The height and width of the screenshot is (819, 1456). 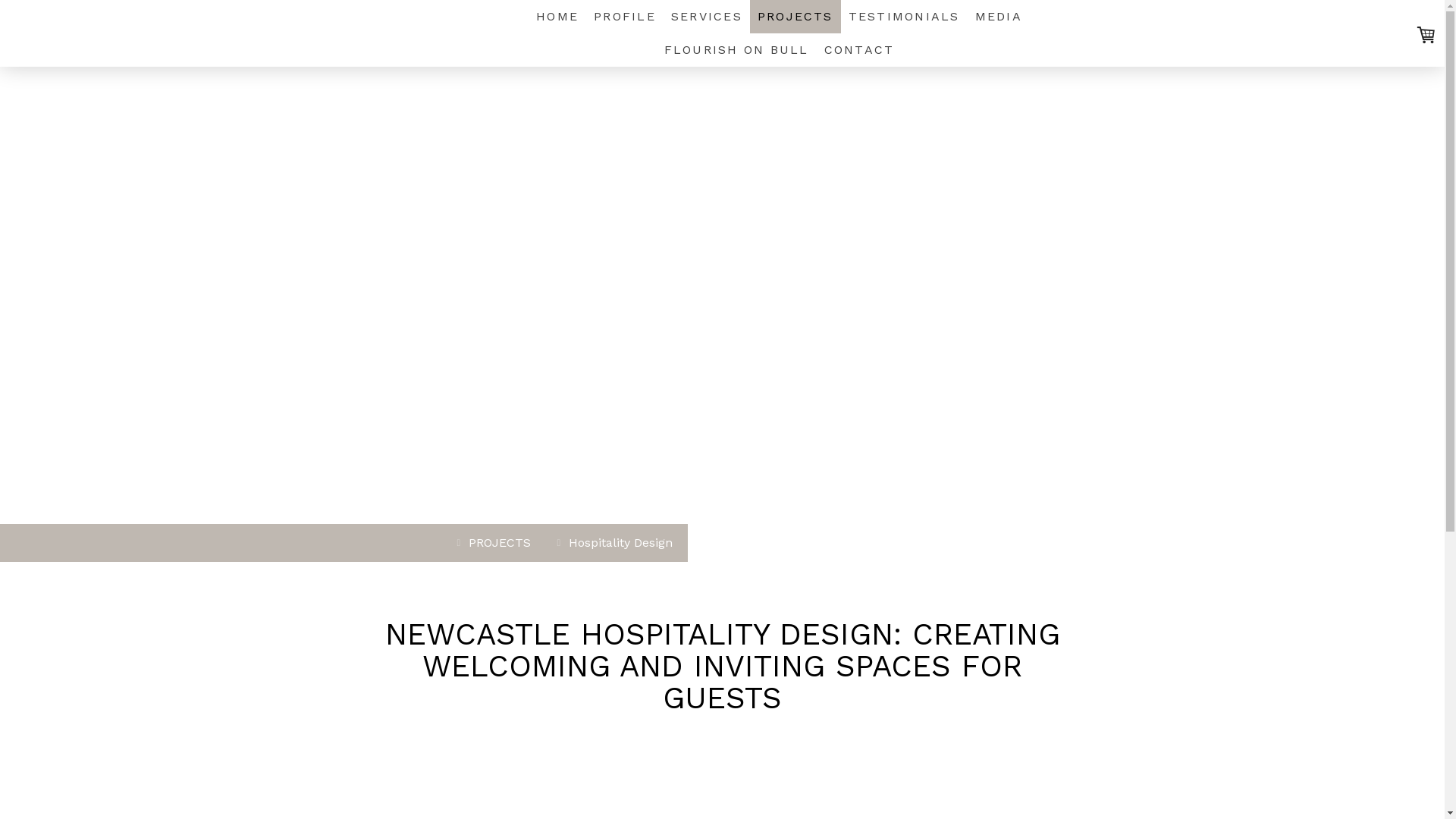 I want to click on 'PROJECTS', so click(x=795, y=17).